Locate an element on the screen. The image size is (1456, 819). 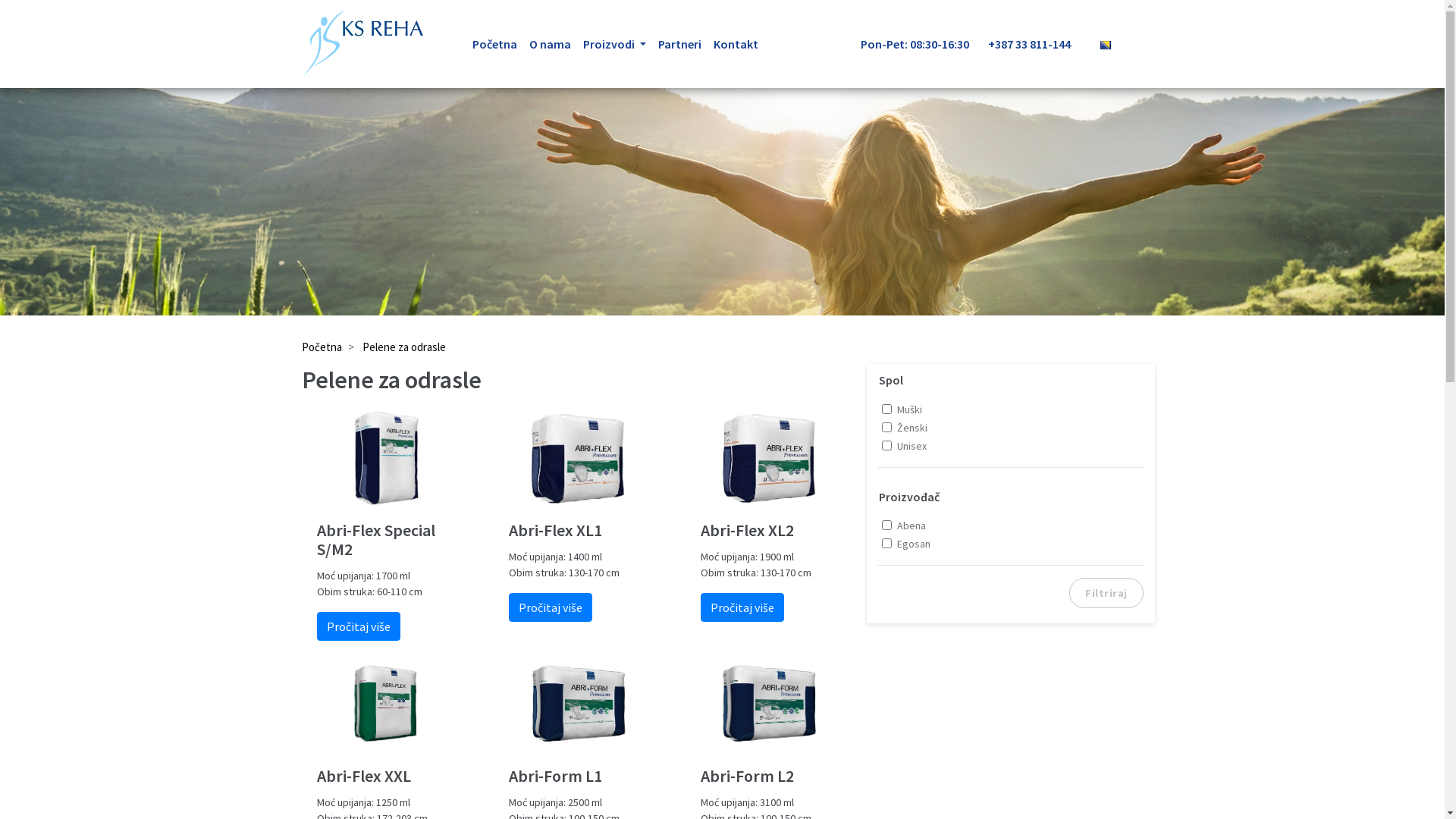
'Pon-Pet: 08:30-16:30' is located at coordinates (859, 42).